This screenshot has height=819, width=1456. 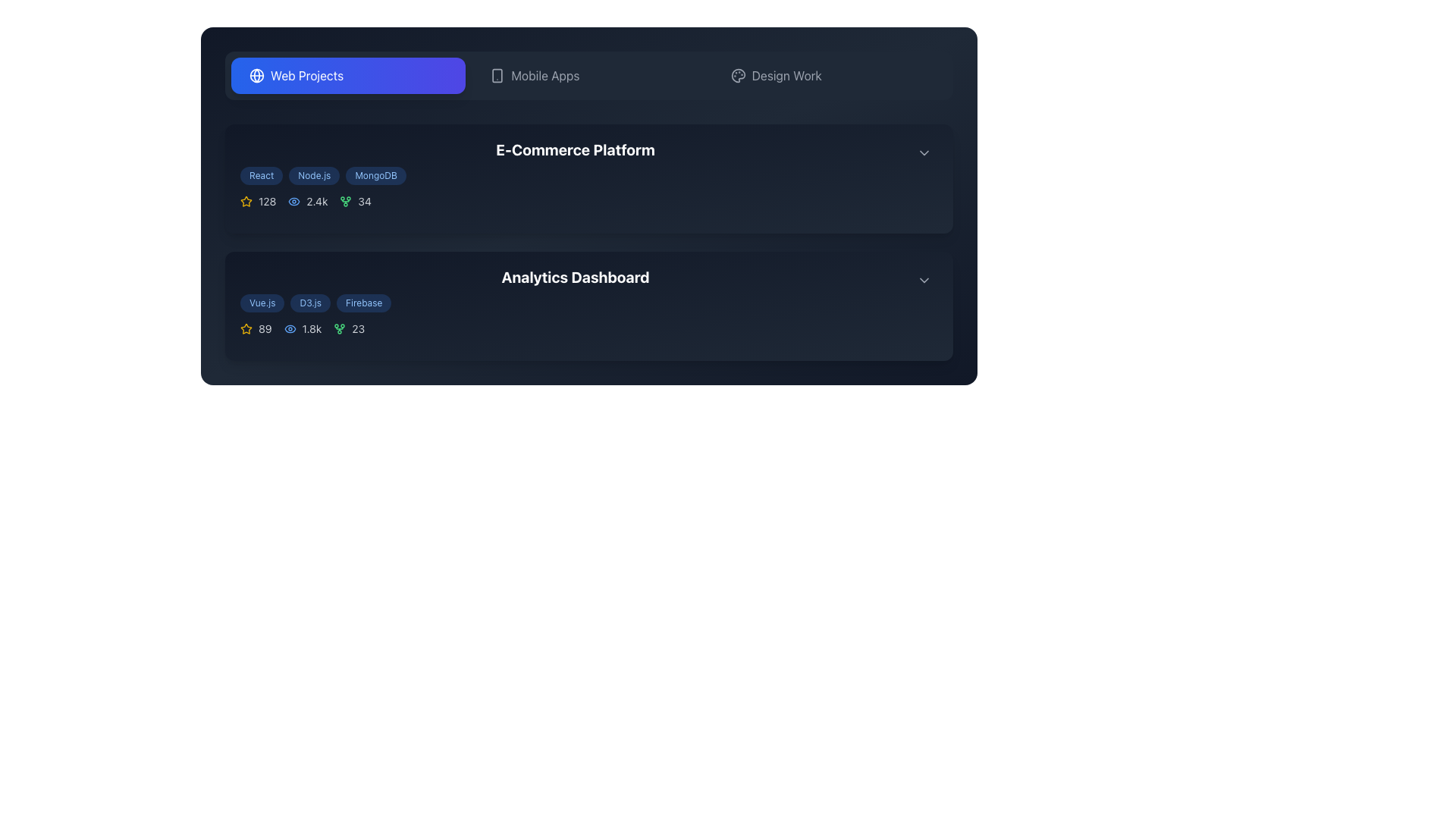 I want to click on the Icon and Text Pair displaying a green branching structure icon and the numeric text '34' in light gray, which is the third interactive group, so click(x=355, y=201).